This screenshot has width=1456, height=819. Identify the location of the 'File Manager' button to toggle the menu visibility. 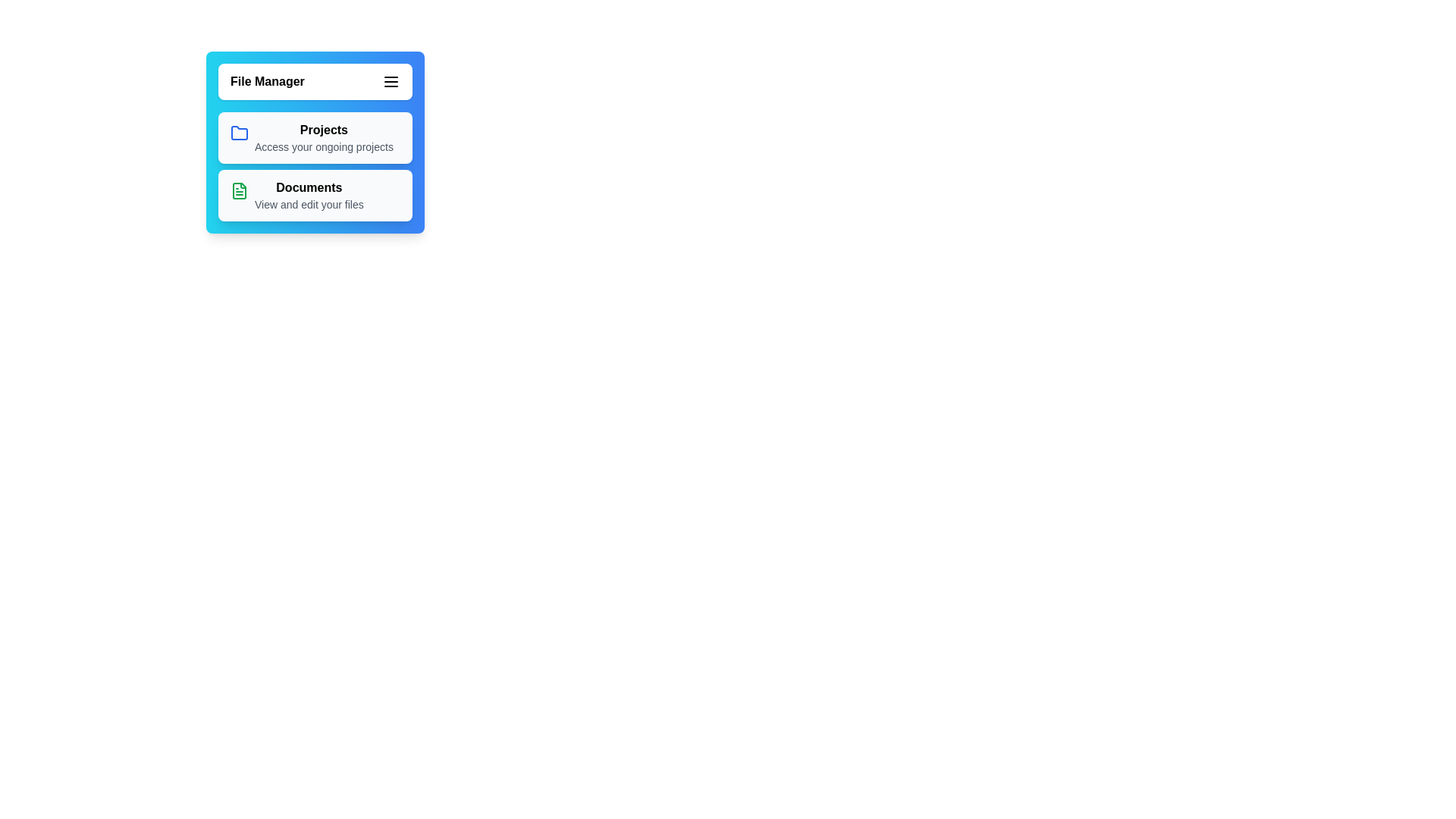
(315, 82).